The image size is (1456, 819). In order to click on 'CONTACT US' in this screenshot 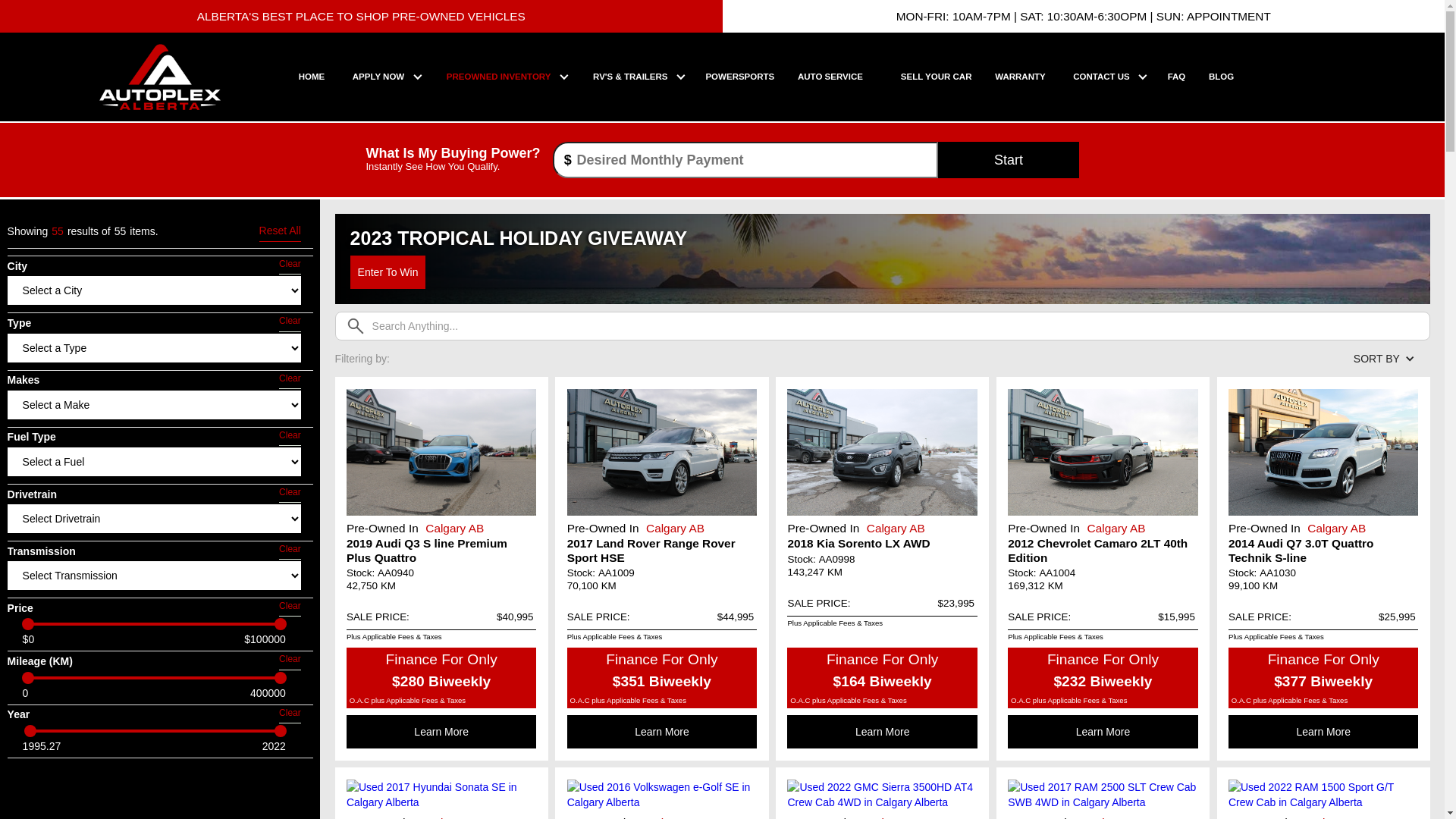, I will do `click(1068, 77)`.